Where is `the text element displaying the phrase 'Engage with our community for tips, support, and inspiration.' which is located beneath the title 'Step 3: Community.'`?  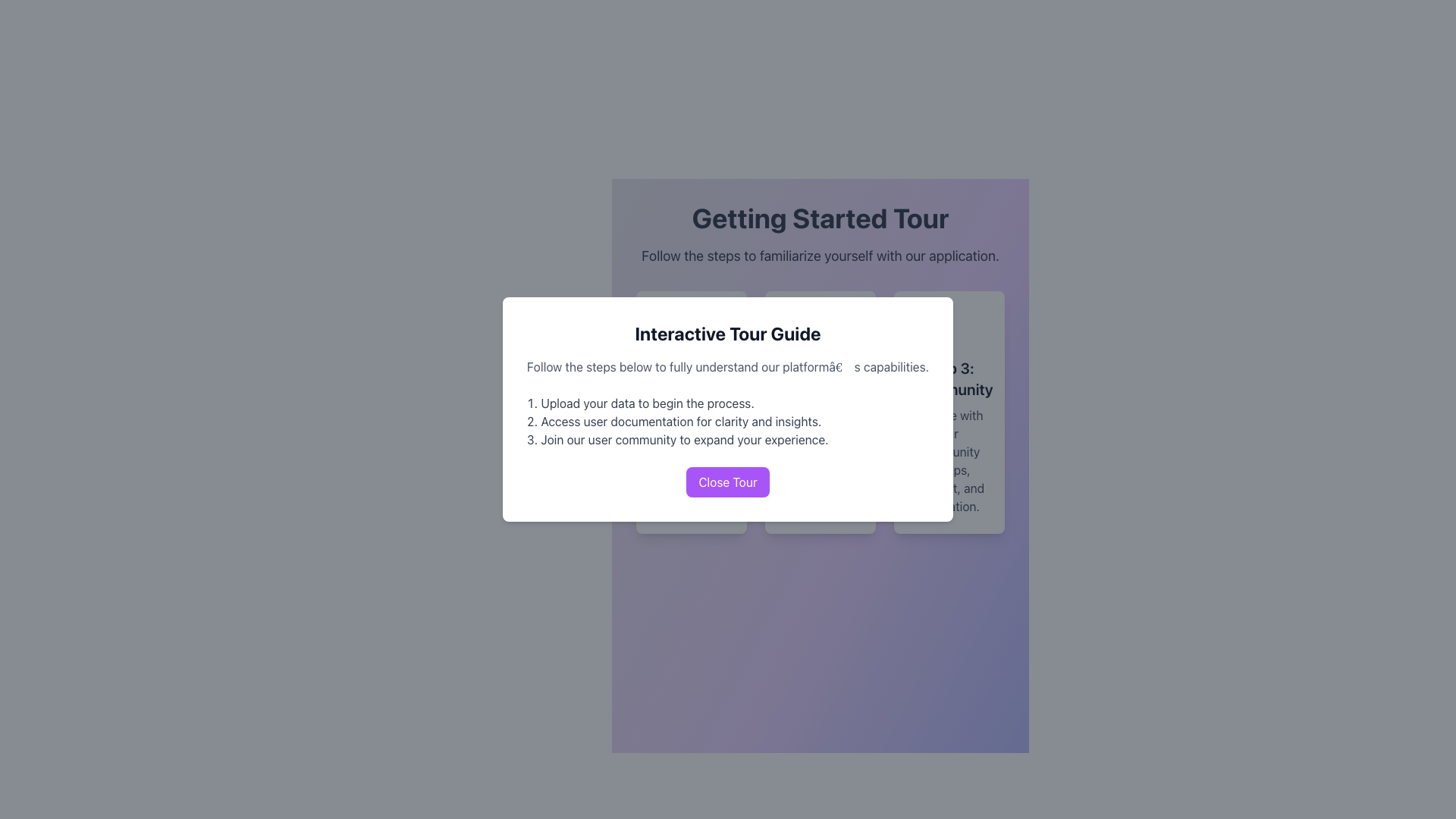 the text element displaying the phrase 'Engage with our community for tips, support, and inspiration.' which is located beneath the title 'Step 3: Community.' is located at coordinates (949, 460).